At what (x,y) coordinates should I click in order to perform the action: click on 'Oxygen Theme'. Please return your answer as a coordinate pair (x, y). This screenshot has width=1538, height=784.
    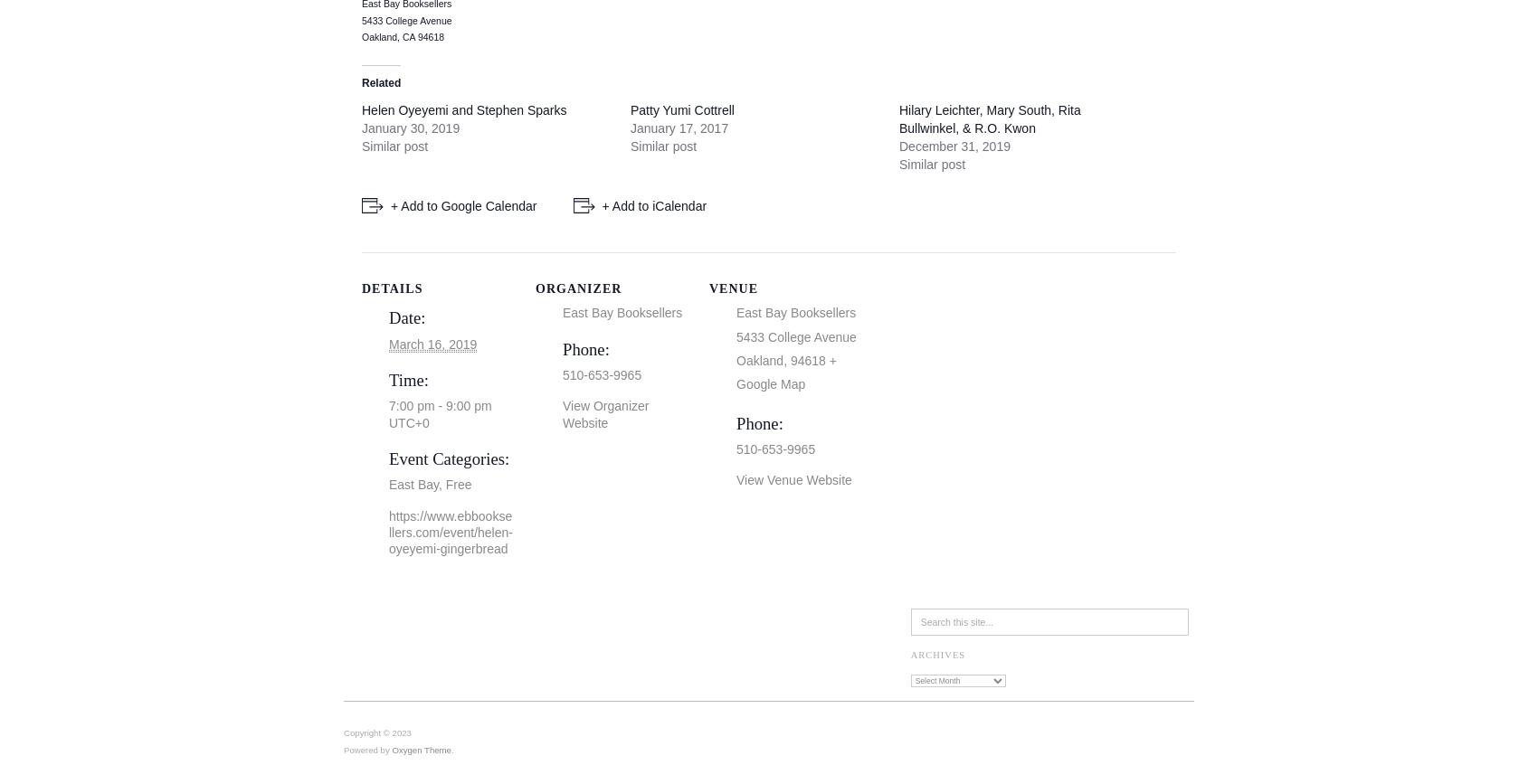
    Looking at the image, I should click on (421, 748).